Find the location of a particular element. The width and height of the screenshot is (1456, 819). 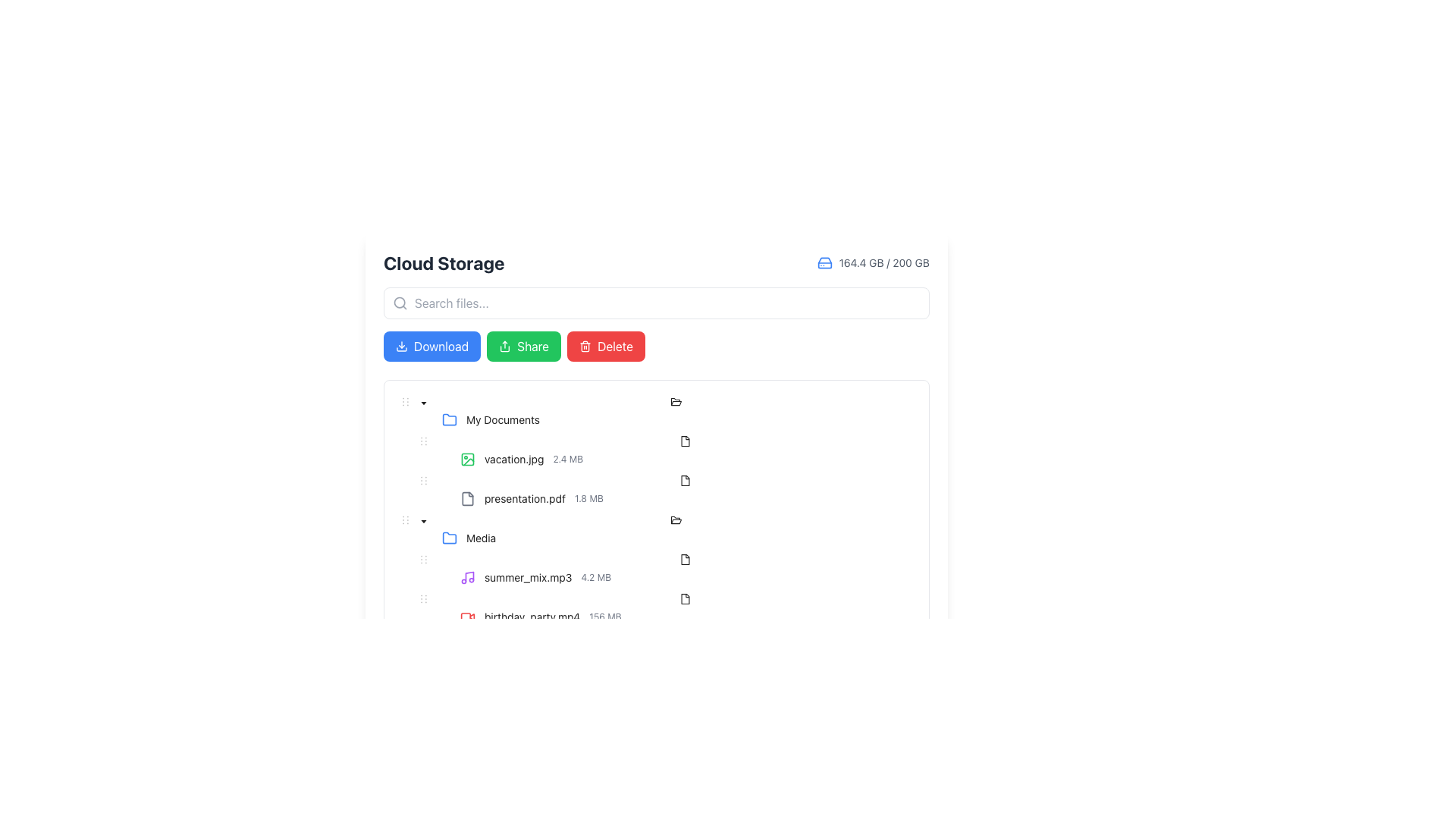

the icon representing the file 'vacation.jpg' located is located at coordinates (684, 441).